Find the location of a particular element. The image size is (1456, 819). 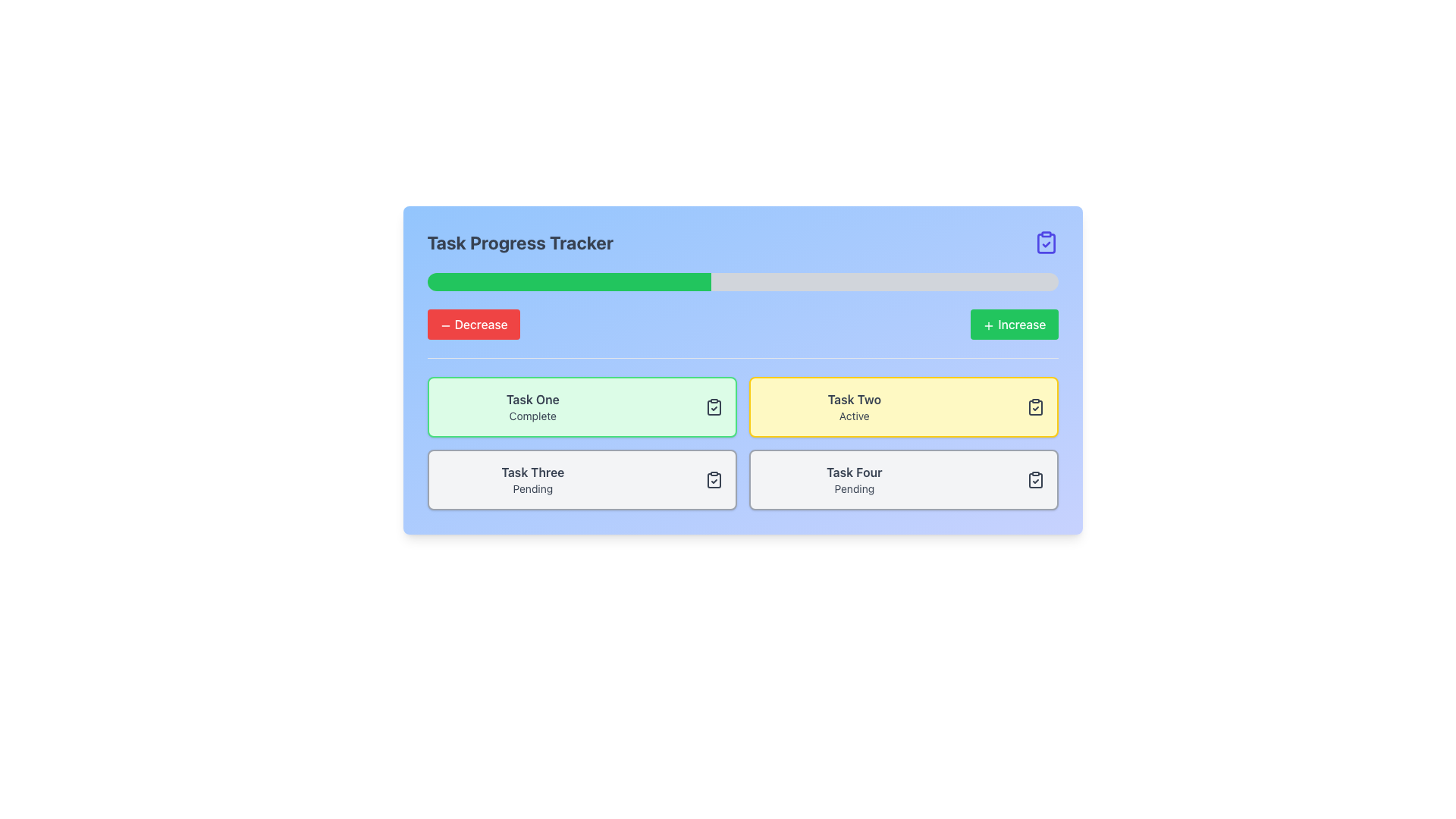

the bold text labeled 'Task Progress Tracker' located at the top-left of the interface, which is part of a banner-like area and precedes a clipboard icon is located at coordinates (520, 242).